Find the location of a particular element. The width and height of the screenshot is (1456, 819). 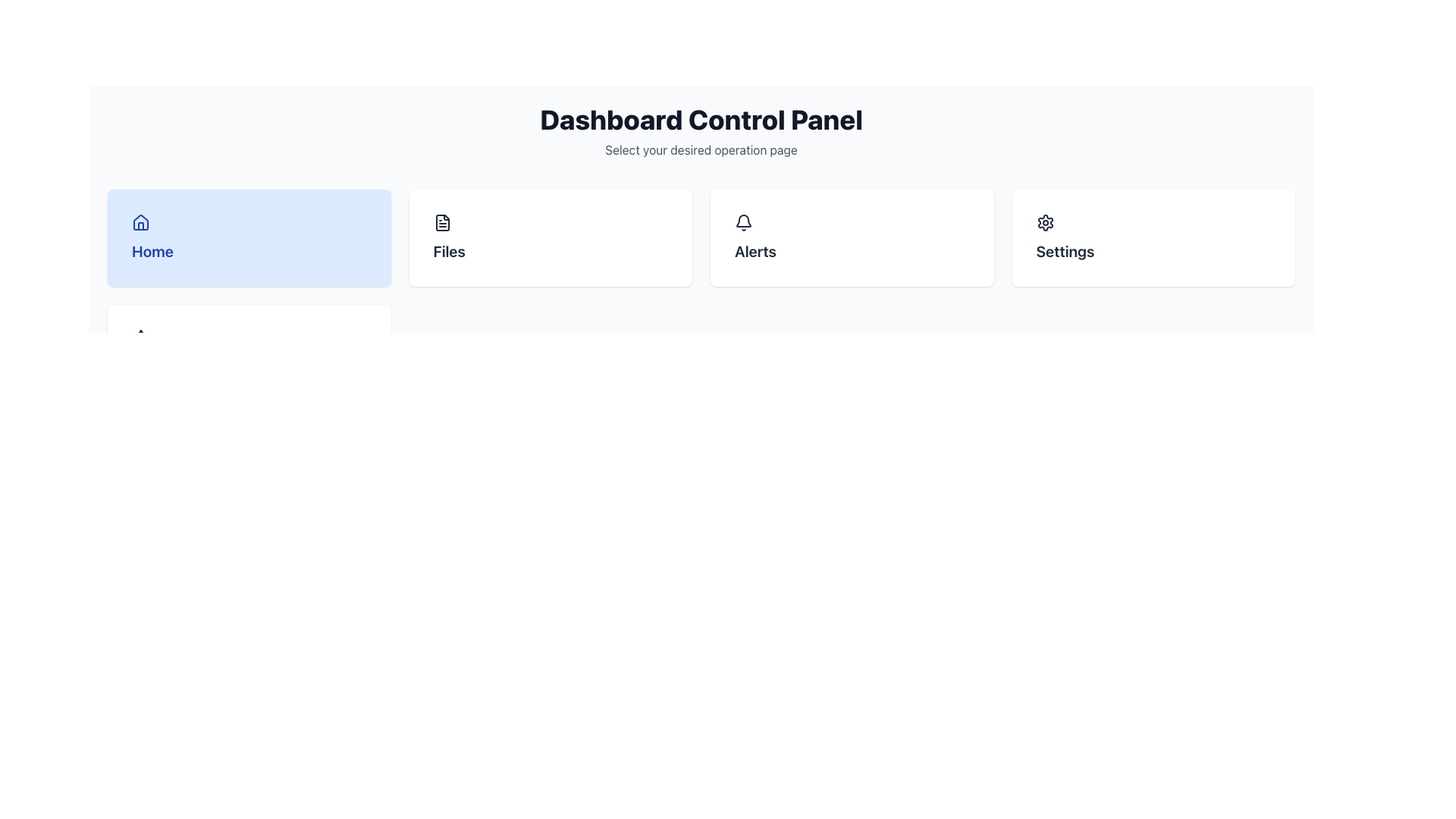

the bell icon representing notifications or alerts located in the Alerts section of the interface is located at coordinates (743, 222).